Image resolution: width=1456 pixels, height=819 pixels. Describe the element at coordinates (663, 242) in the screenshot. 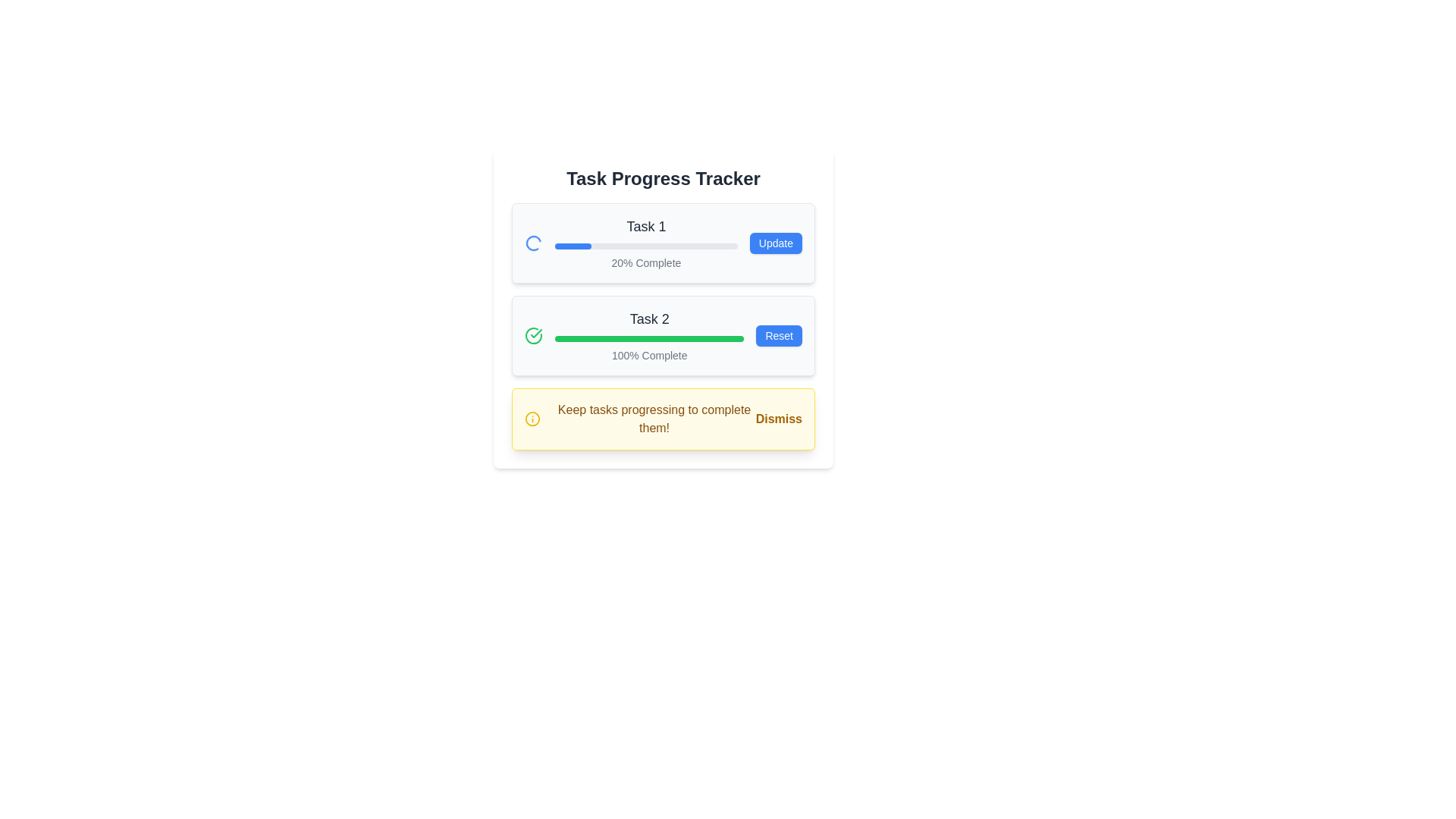

I see `the progress bar for 'Task 1' which is a horizontal task progress indicator displaying '20% Complete' and an 'Update' button on the right` at that location.